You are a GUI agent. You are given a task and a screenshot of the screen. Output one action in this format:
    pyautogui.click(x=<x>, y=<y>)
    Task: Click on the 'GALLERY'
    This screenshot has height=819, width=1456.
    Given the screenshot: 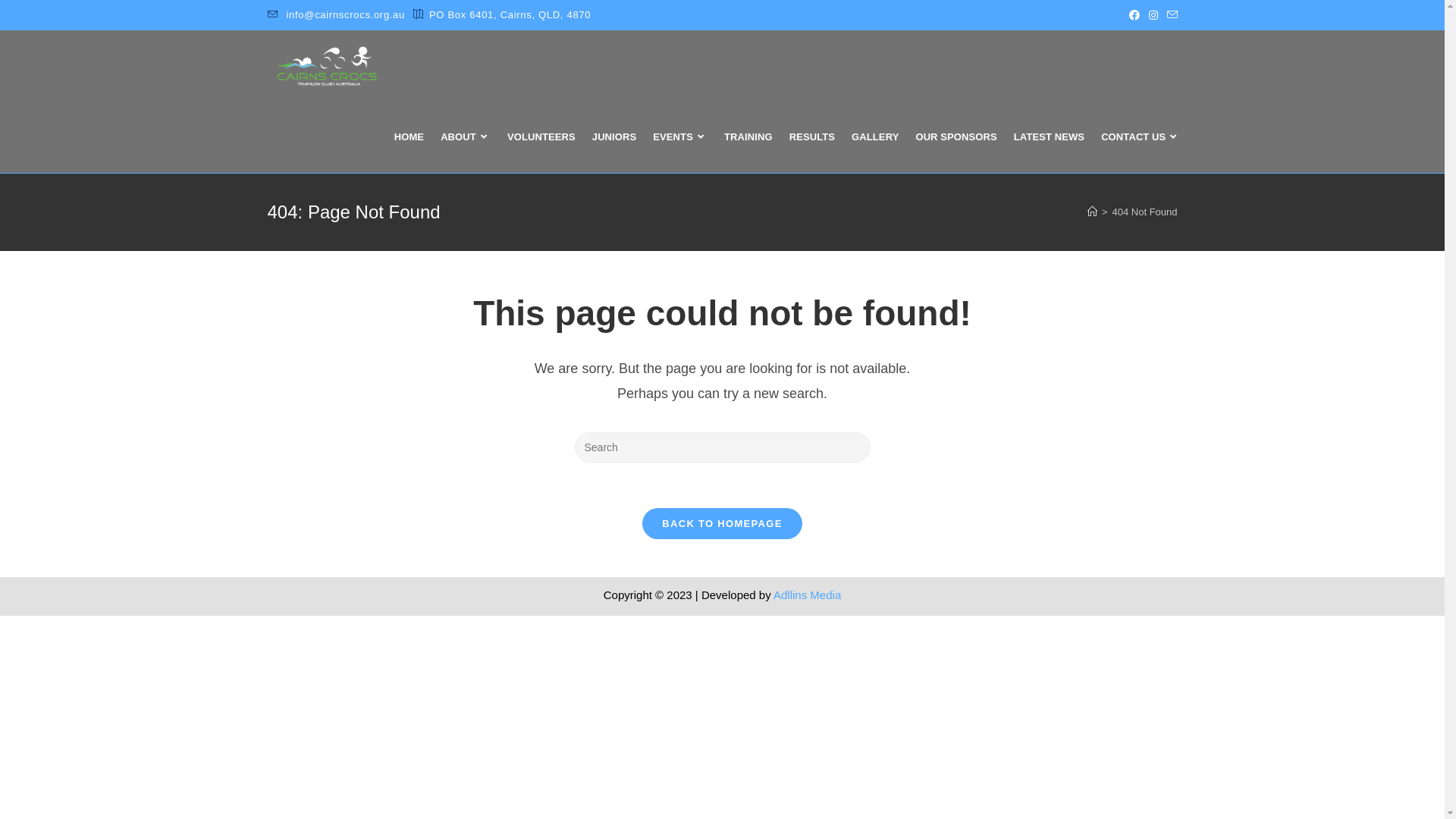 What is the action you would take?
    pyautogui.click(x=874, y=137)
    